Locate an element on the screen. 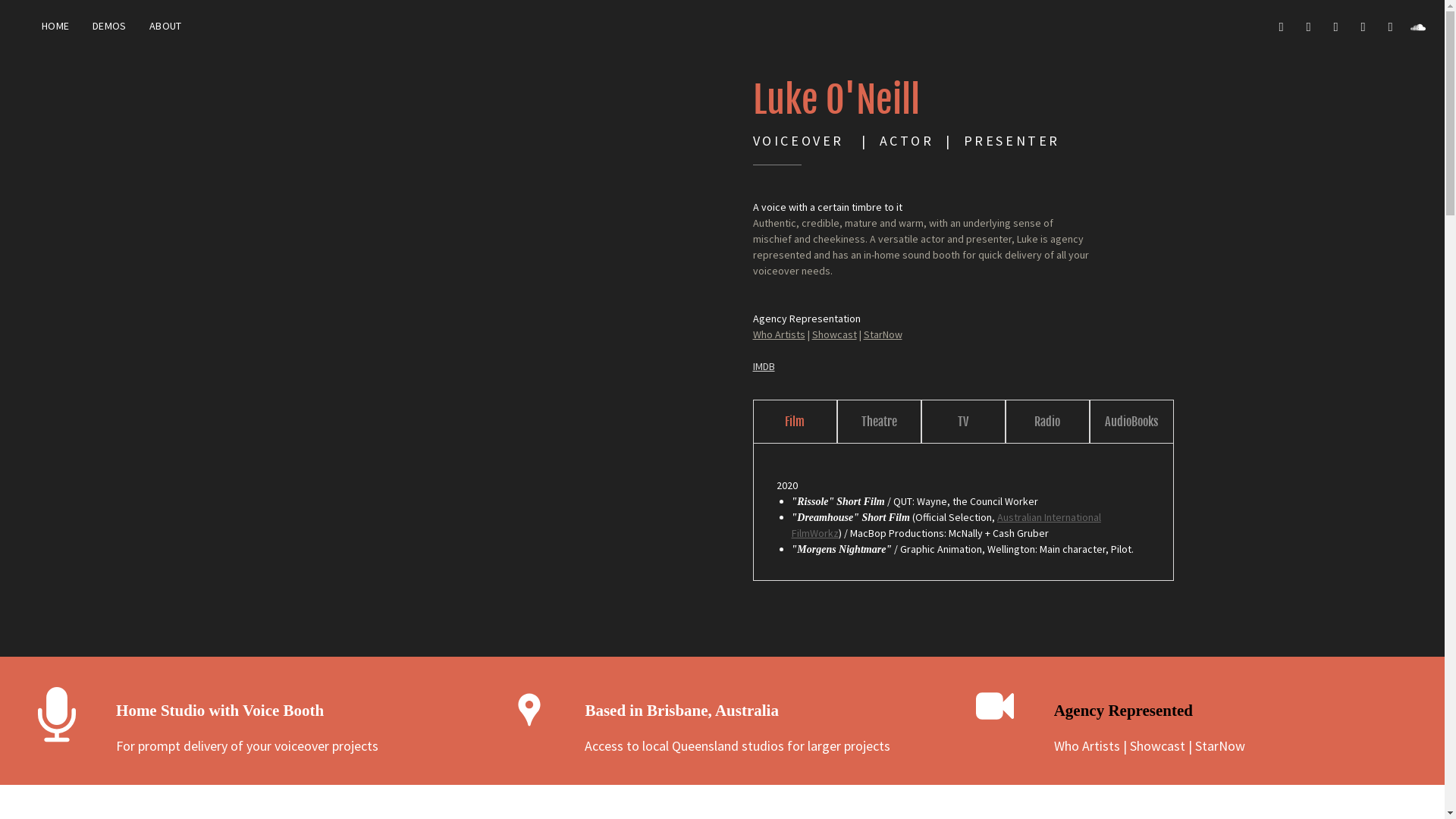 The height and width of the screenshot is (819, 1456). 'ABOUT' is located at coordinates (165, 26).